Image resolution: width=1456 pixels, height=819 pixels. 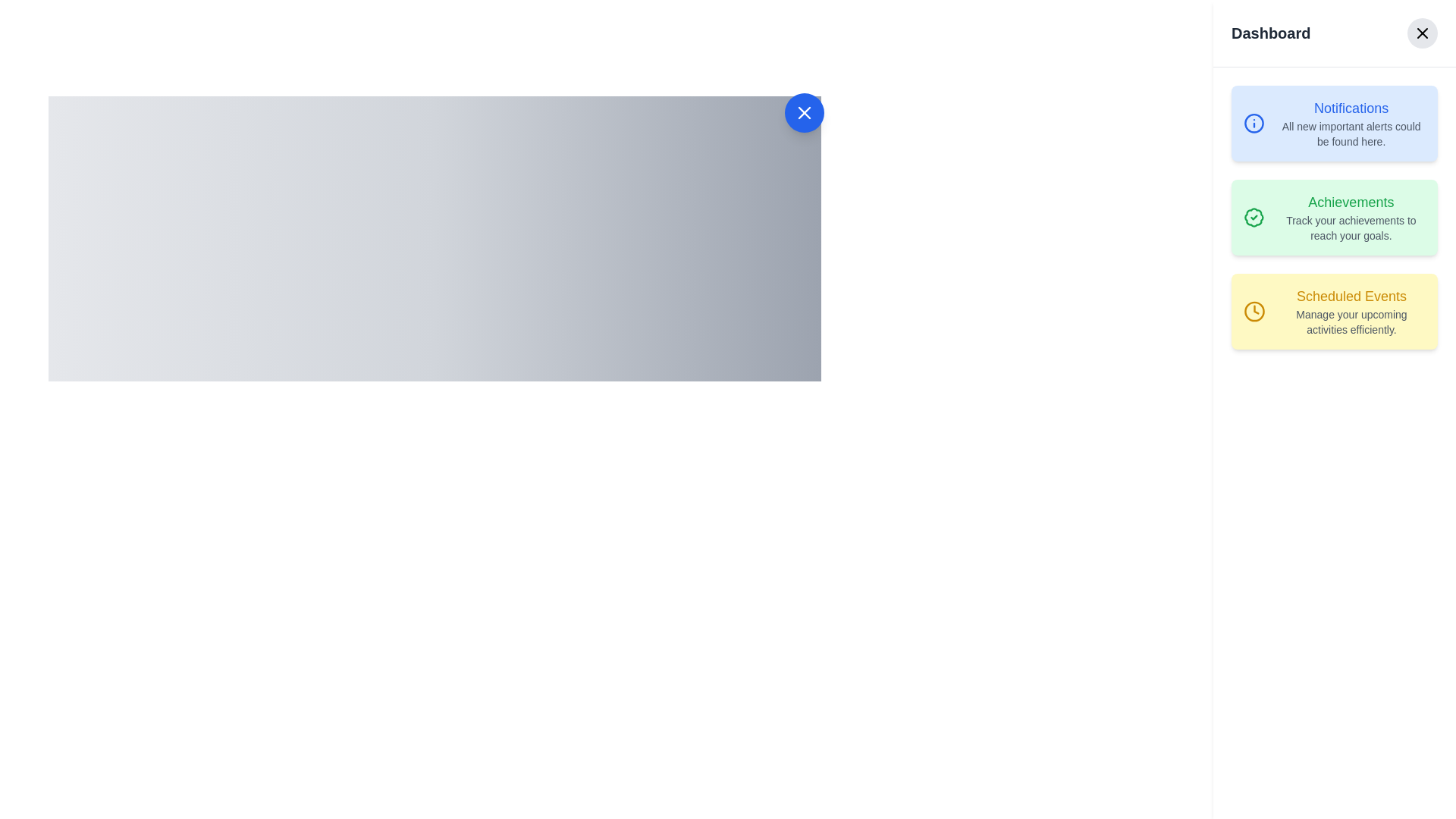 What do you see at coordinates (1254, 217) in the screenshot?
I see `the decorative circular badge with a green outline and checkmark symbol located in the 'Achievements' card on the right sidebar of the dashboard` at bounding box center [1254, 217].